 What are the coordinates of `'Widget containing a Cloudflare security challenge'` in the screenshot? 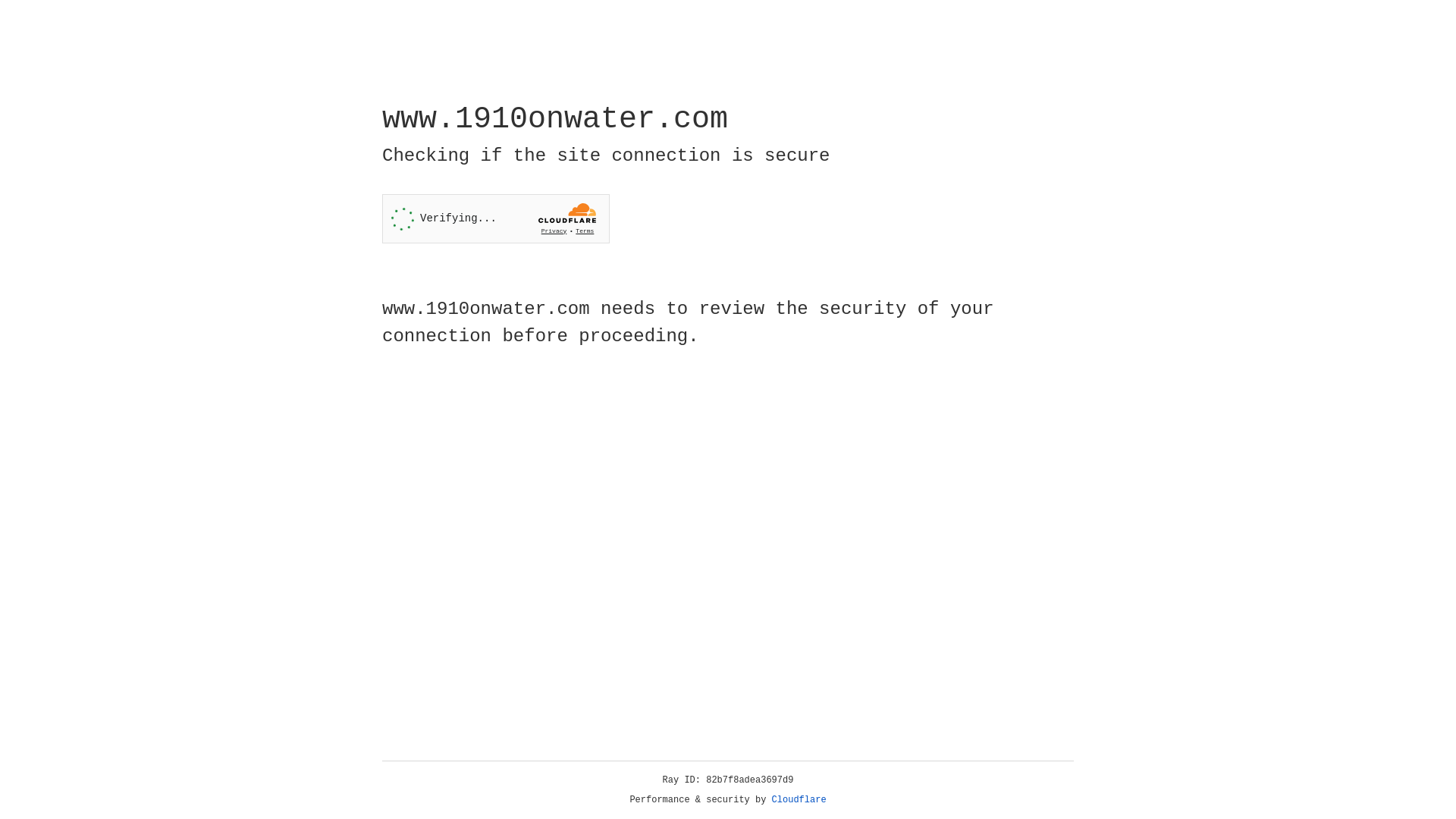 It's located at (495, 218).